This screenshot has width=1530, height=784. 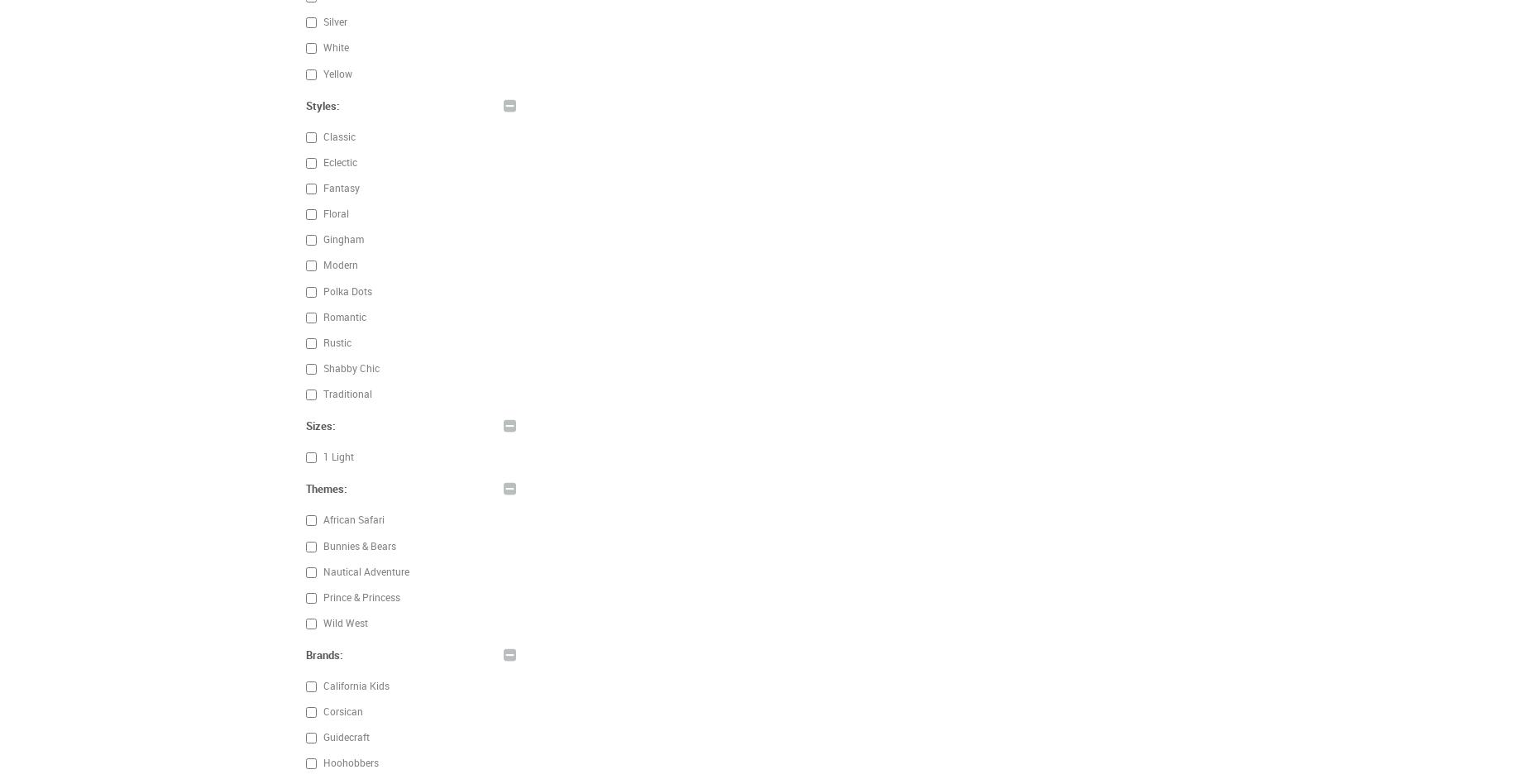 I want to click on 'Floral', so click(x=319, y=213).